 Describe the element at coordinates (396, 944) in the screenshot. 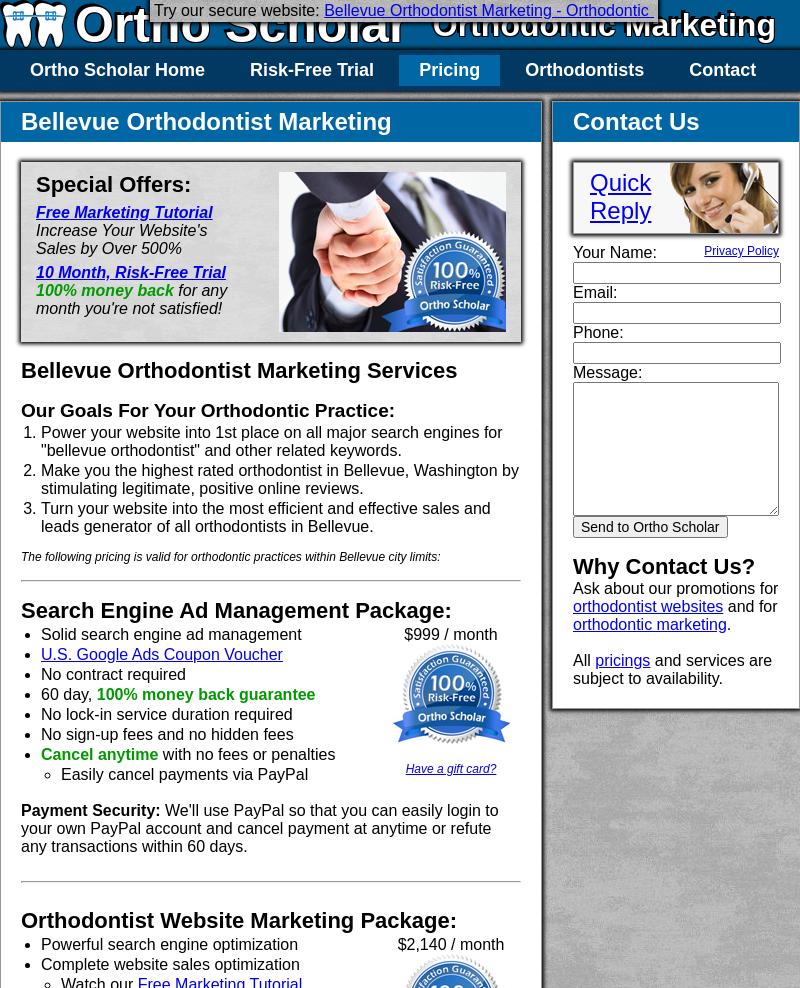

I see `'$2,140 / month'` at that location.